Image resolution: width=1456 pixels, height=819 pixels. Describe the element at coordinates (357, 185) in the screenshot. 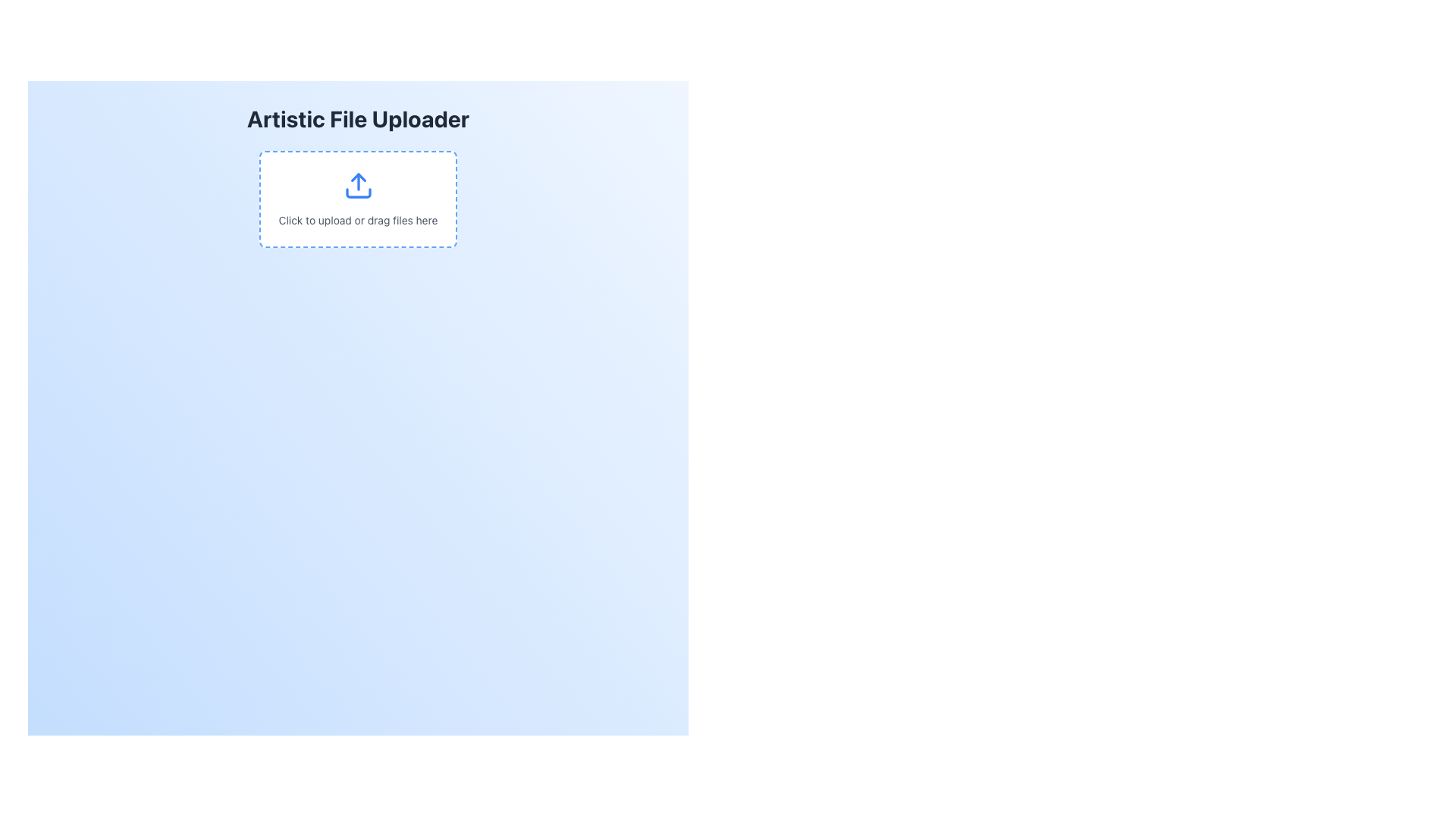

I see `the upload icon that visually represents an upload action, located at the center of the drag-and-drop upload box under the label 'Click to upload or drag files here'` at that location.